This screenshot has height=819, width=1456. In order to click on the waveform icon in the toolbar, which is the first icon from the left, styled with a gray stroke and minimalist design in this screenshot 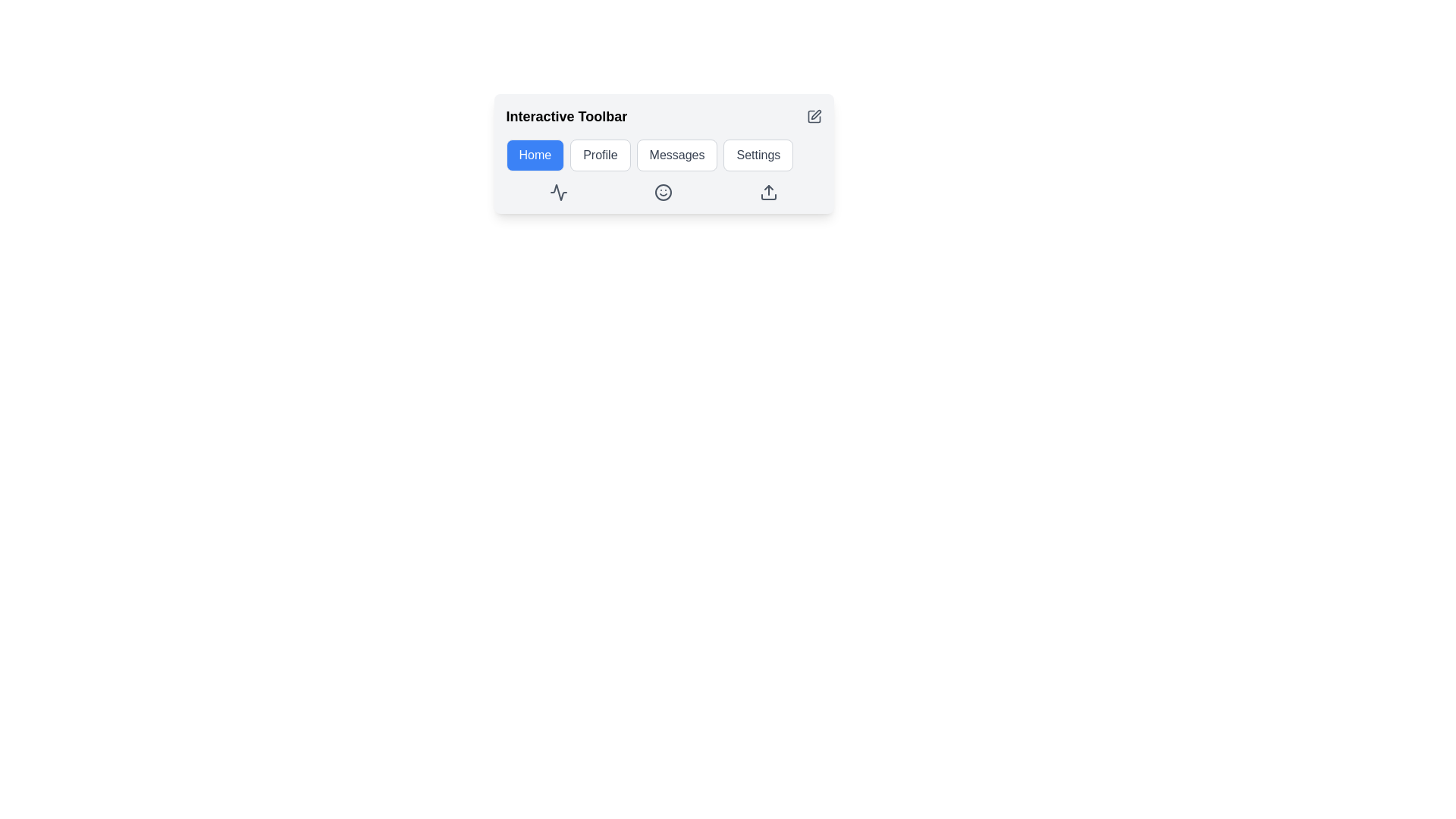, I will do `click(557, 192)`.